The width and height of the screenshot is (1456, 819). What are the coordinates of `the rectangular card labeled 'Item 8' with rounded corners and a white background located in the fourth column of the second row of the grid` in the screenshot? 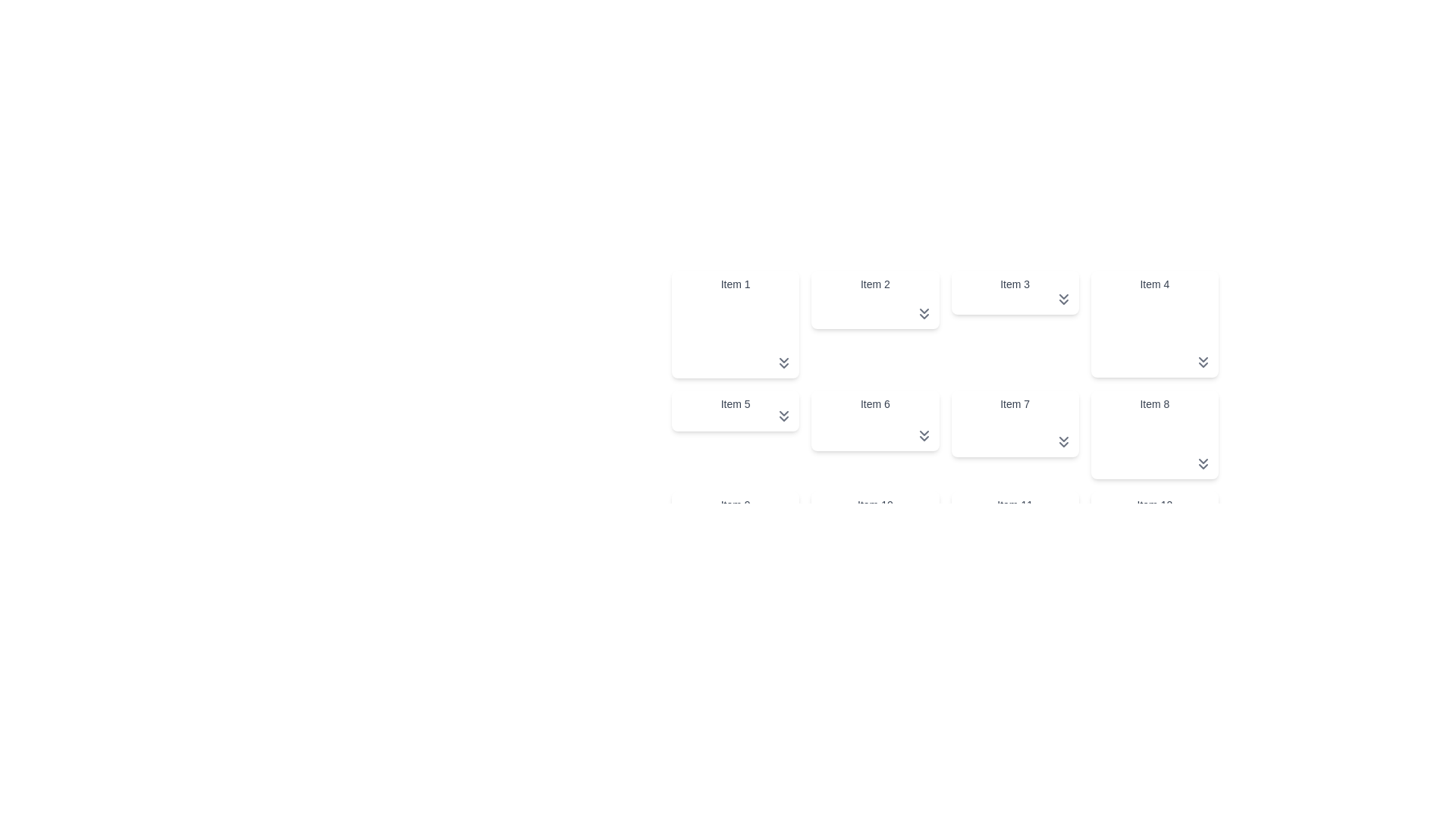 It's located at (1153, 435).